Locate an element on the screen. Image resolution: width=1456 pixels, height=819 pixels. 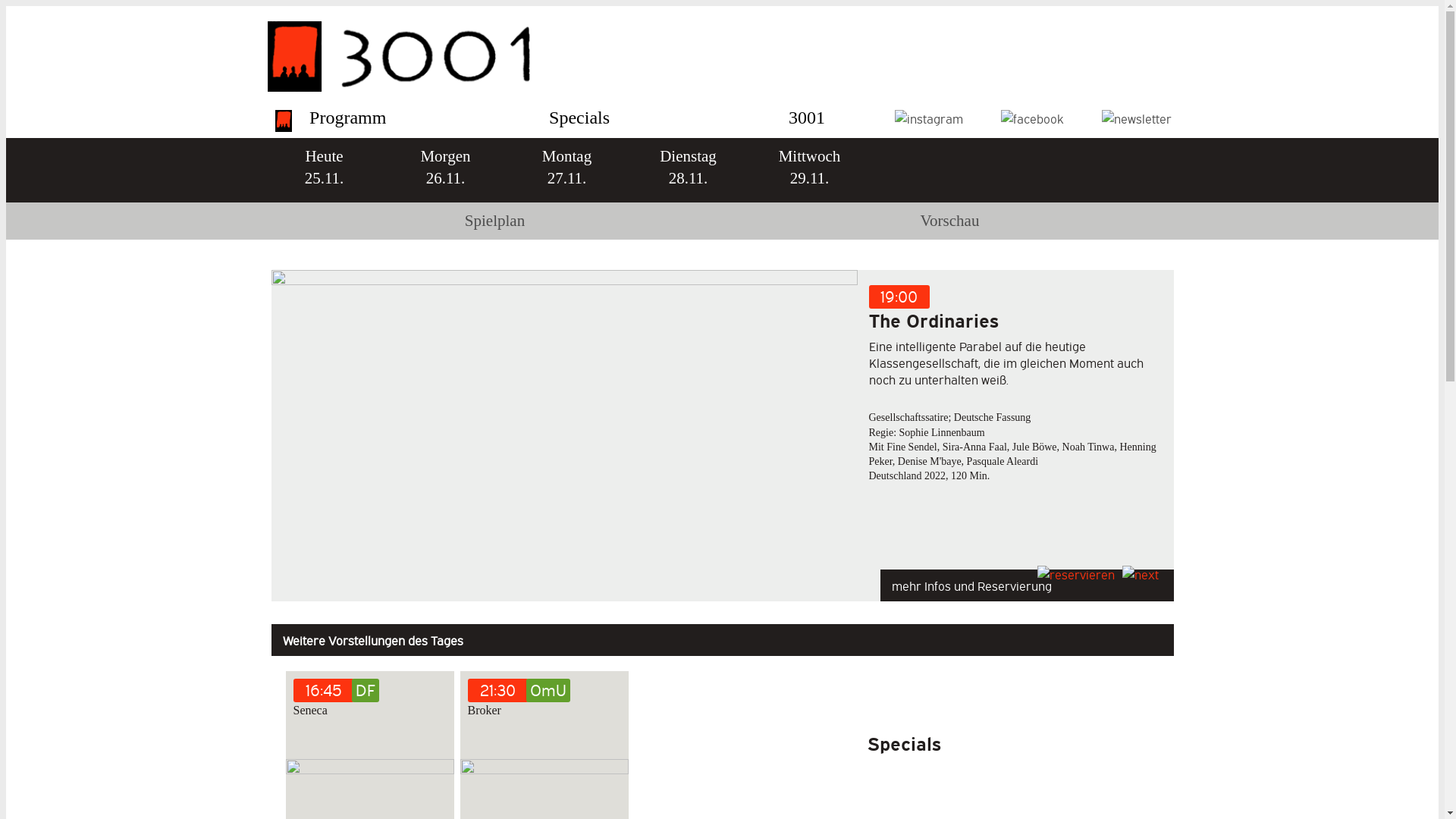
'das 3001 Kino bei instagram' is located at coordinates (927, 117).